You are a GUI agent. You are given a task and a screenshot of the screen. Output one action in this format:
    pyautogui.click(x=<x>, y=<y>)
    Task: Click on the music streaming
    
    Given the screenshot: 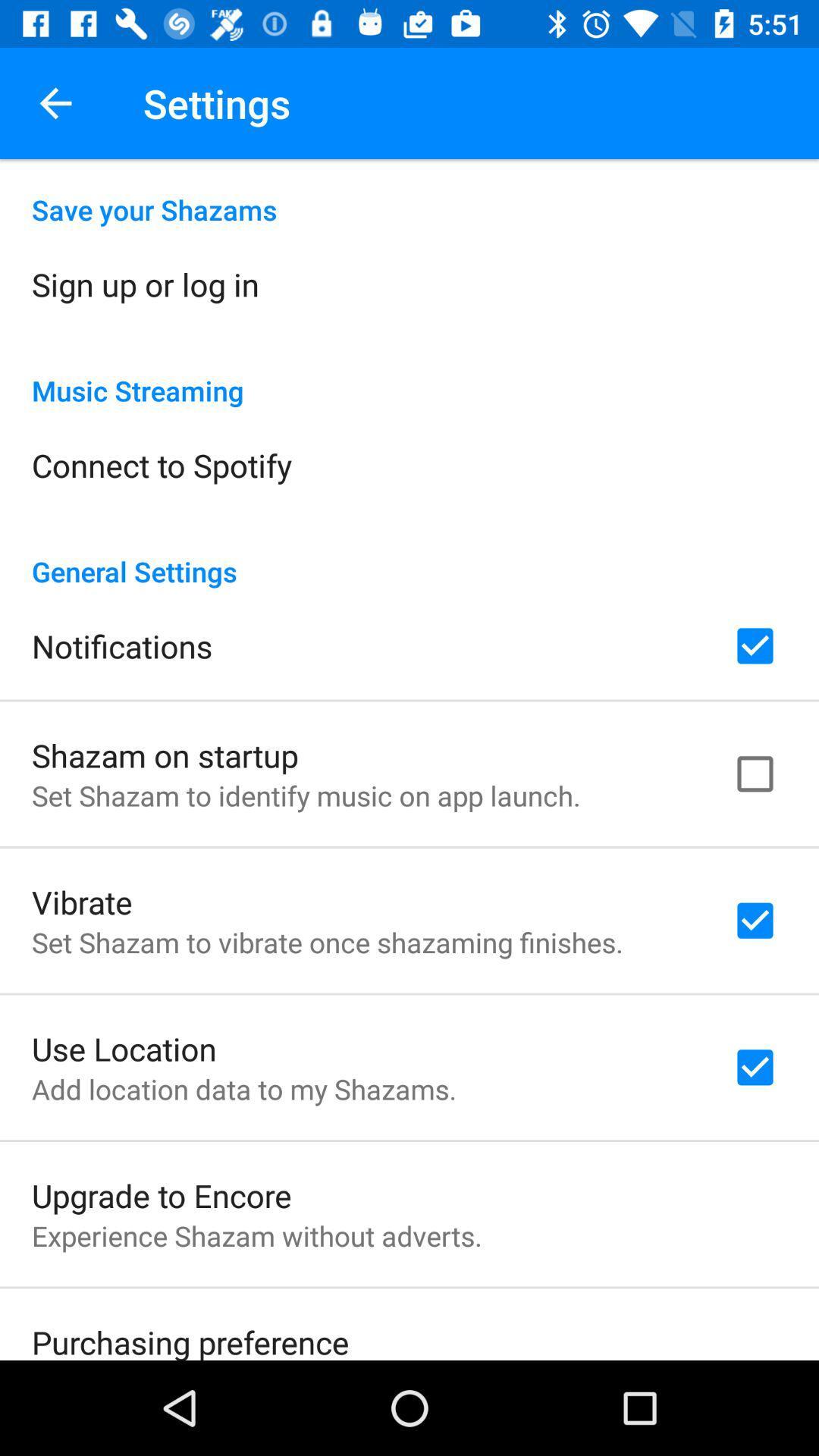 What is the action you would take?
    pyautogui.click(x=409, y=375)
    